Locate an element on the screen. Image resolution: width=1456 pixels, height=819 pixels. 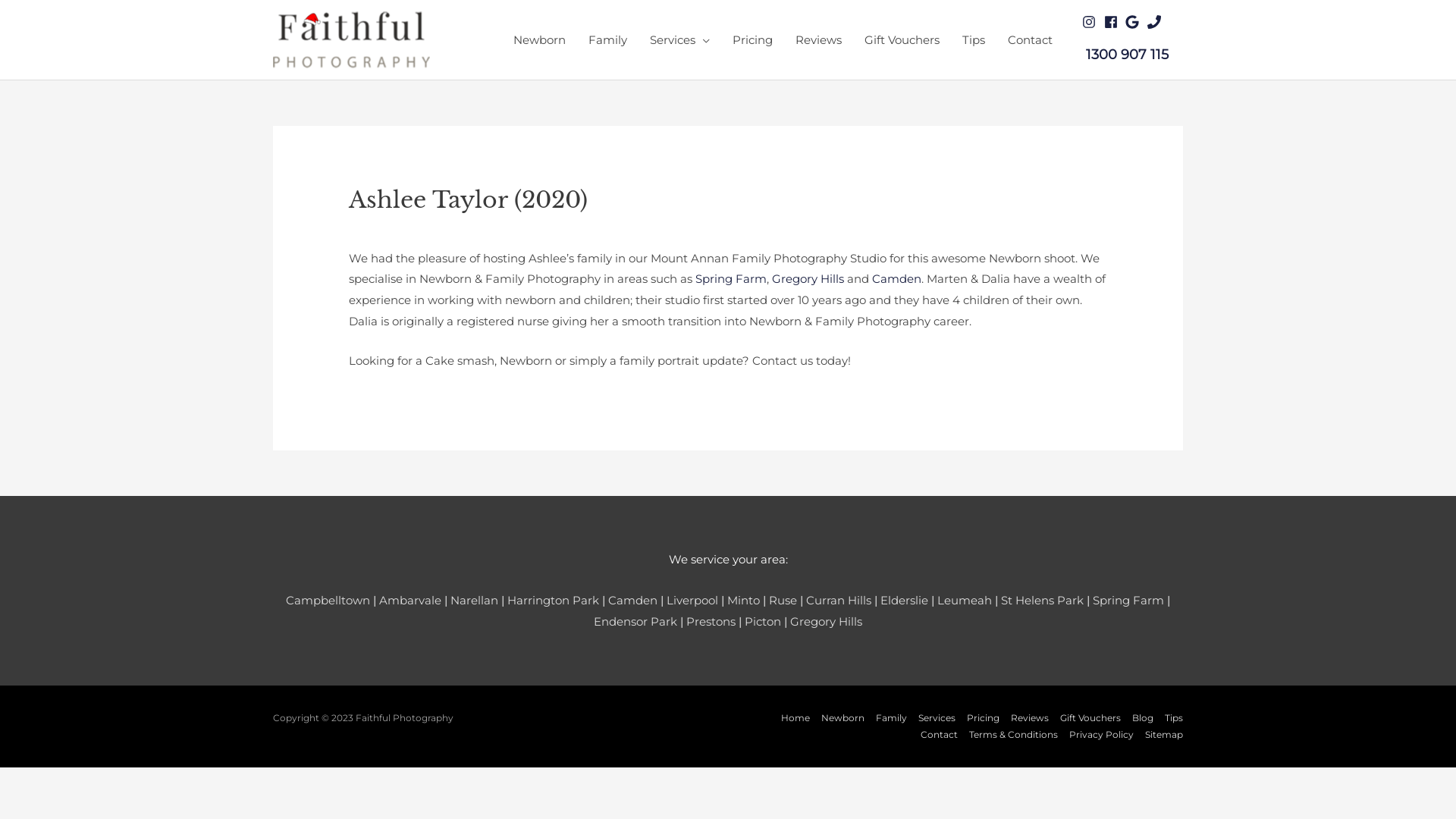
'Family' is located at coordinates (886, 717).